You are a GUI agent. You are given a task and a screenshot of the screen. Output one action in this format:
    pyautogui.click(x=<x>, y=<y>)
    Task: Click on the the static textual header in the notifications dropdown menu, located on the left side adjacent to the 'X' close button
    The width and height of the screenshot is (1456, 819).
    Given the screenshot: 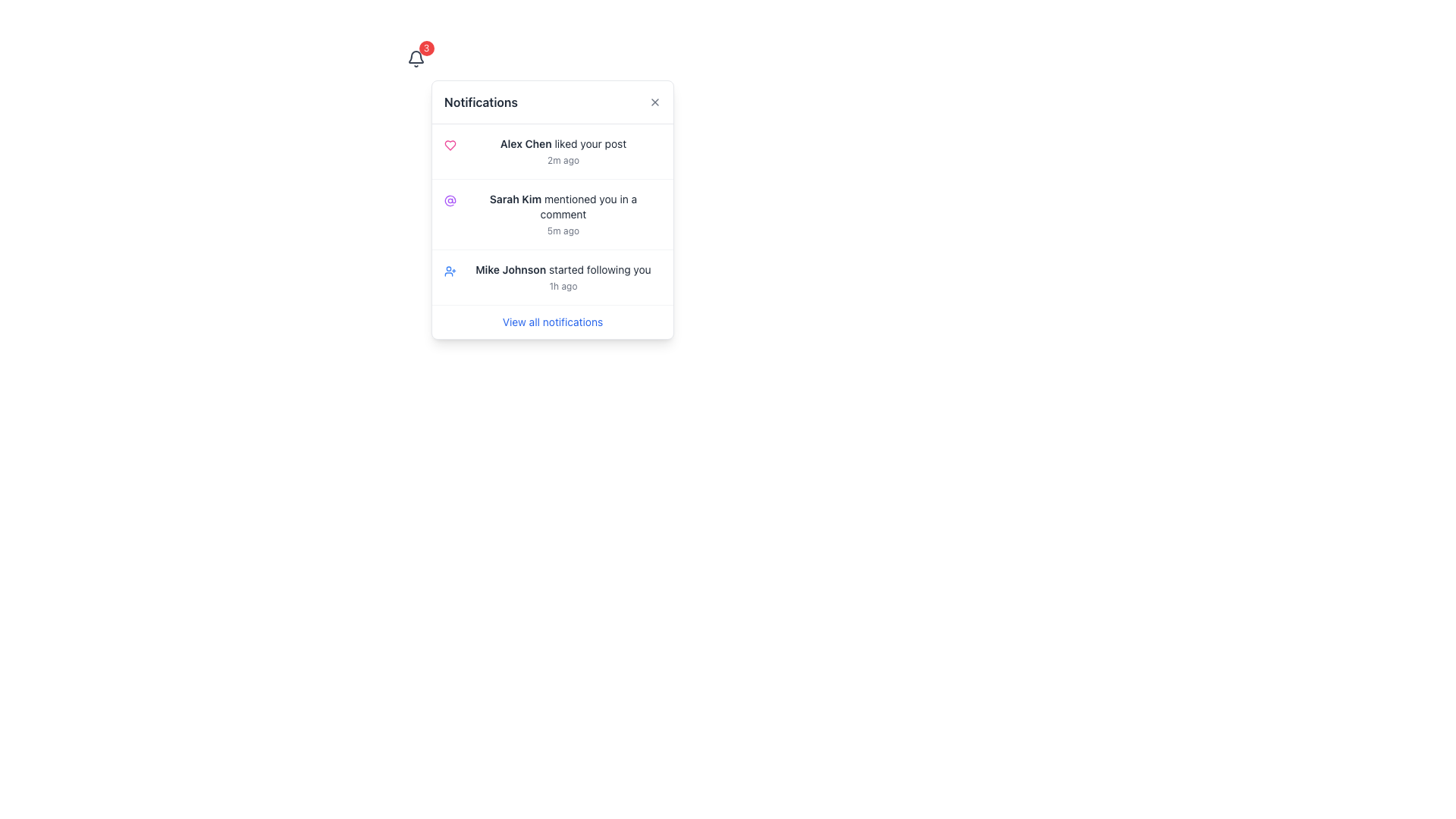 What is the action you would take?
    pyautogui.click(x=480, y=102)
    